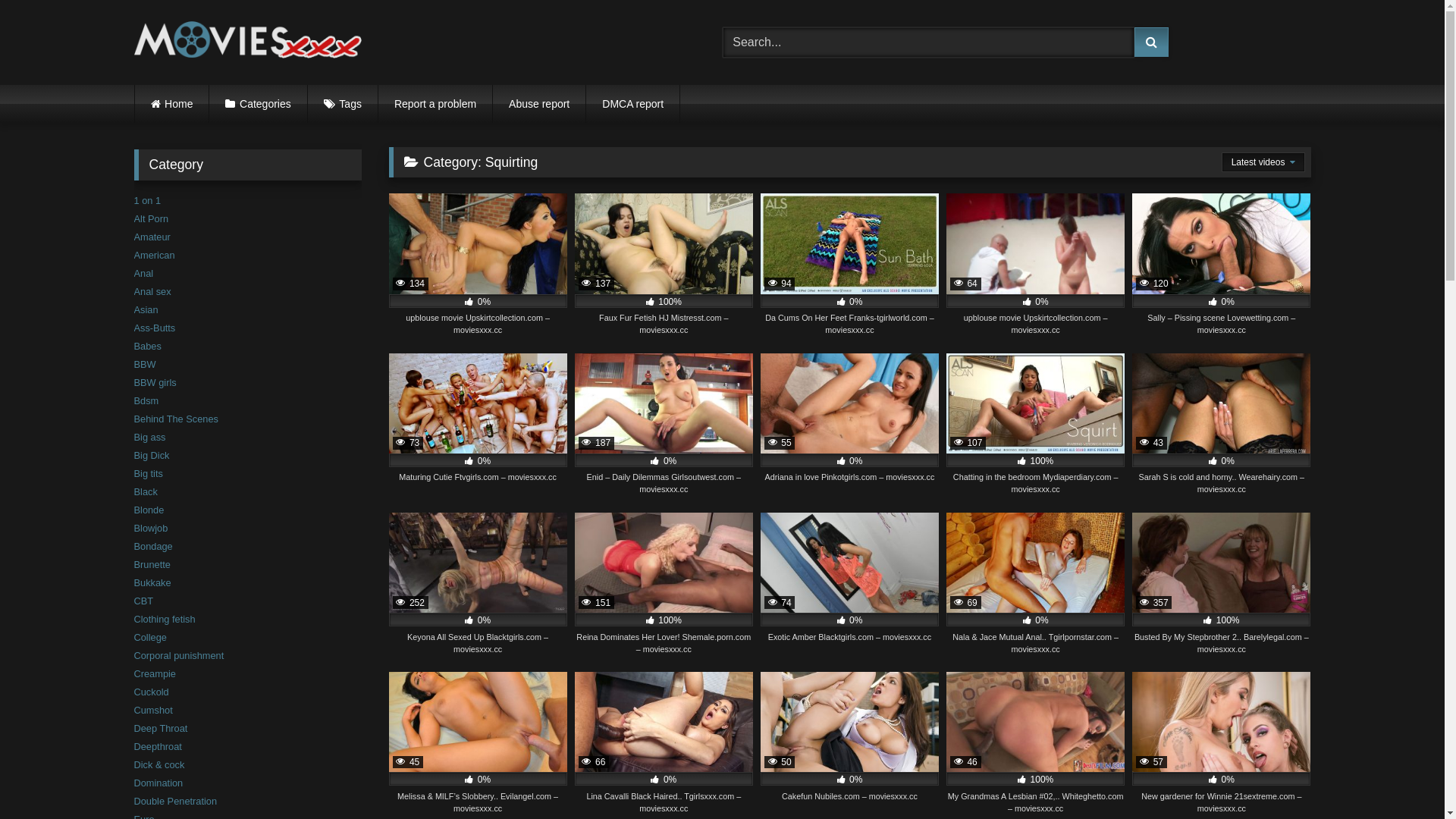  What do you see at coordinates (133, 419) in the screenshot?
I see `'Behind The Scenes'` at bounding box center [133, 419].